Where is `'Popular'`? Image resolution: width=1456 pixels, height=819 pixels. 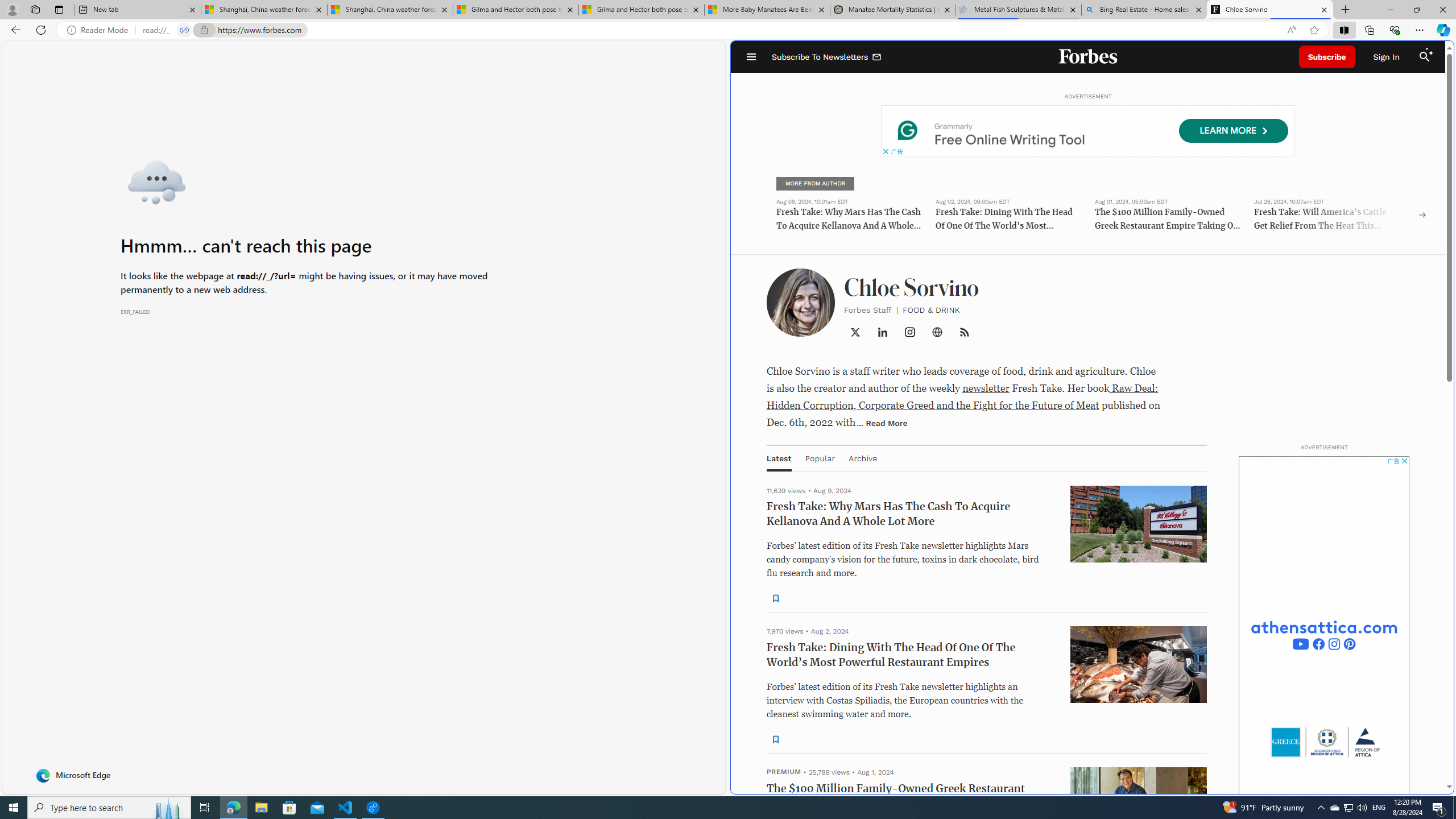 'Popular' is located at coordinates (819, 457).